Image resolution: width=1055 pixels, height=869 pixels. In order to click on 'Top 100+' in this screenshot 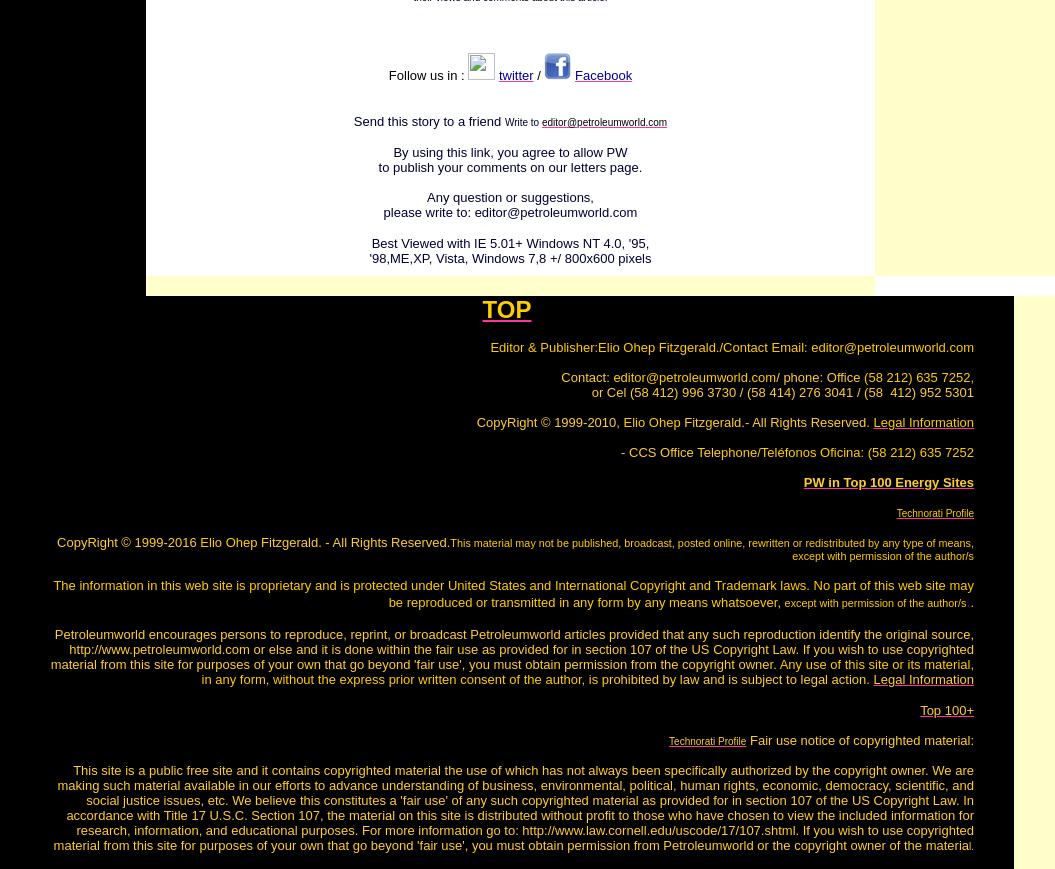, I will do `click(918, 710)`.